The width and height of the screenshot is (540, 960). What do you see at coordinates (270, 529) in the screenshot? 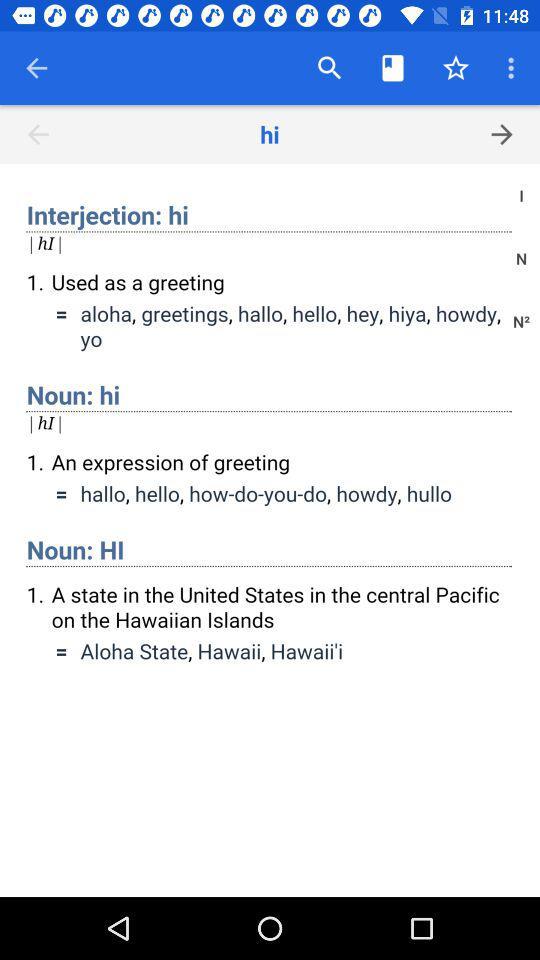
I see `information about the searched word` at bounding box center [270, 529].